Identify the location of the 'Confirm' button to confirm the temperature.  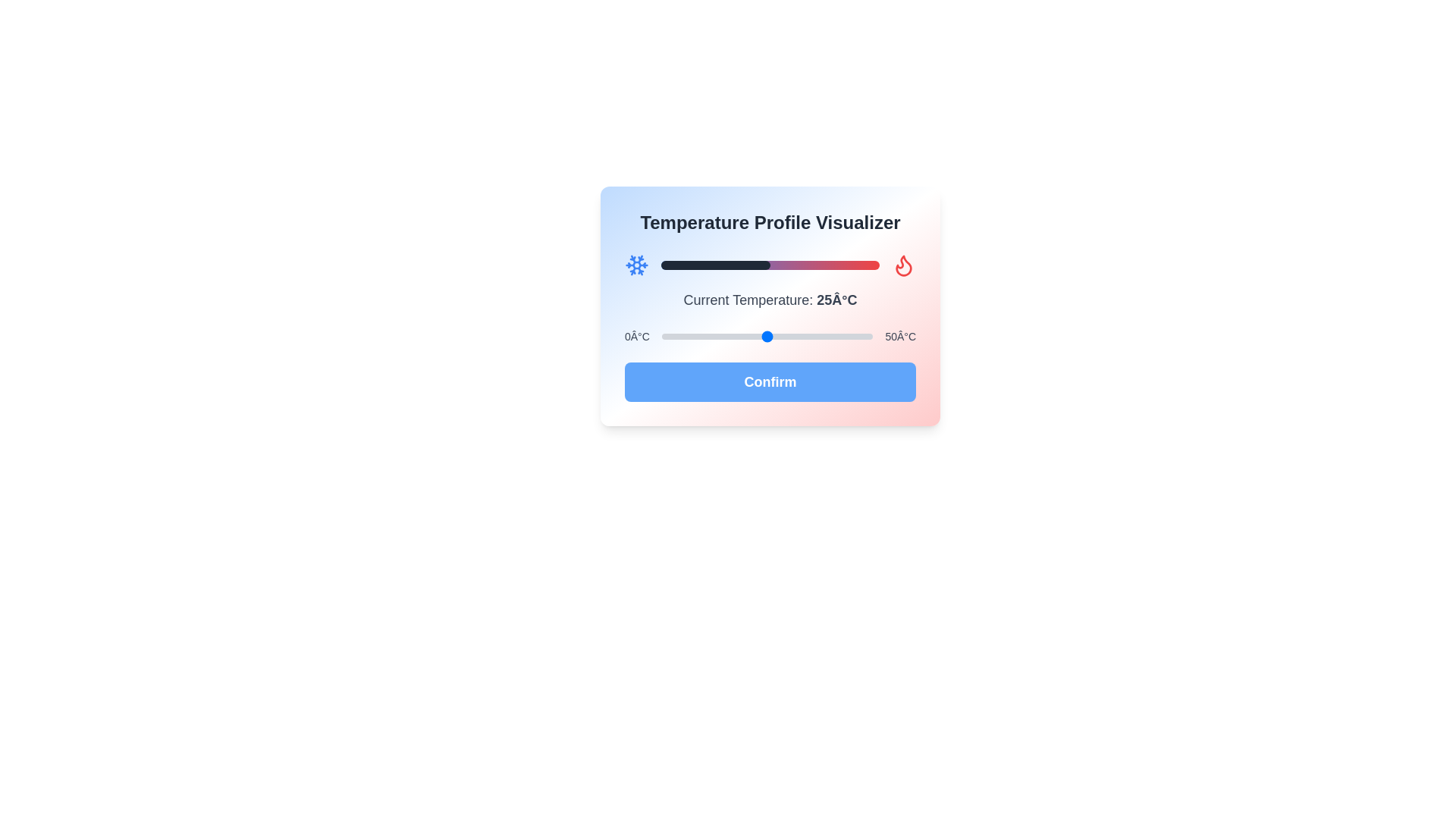
(770, 381).